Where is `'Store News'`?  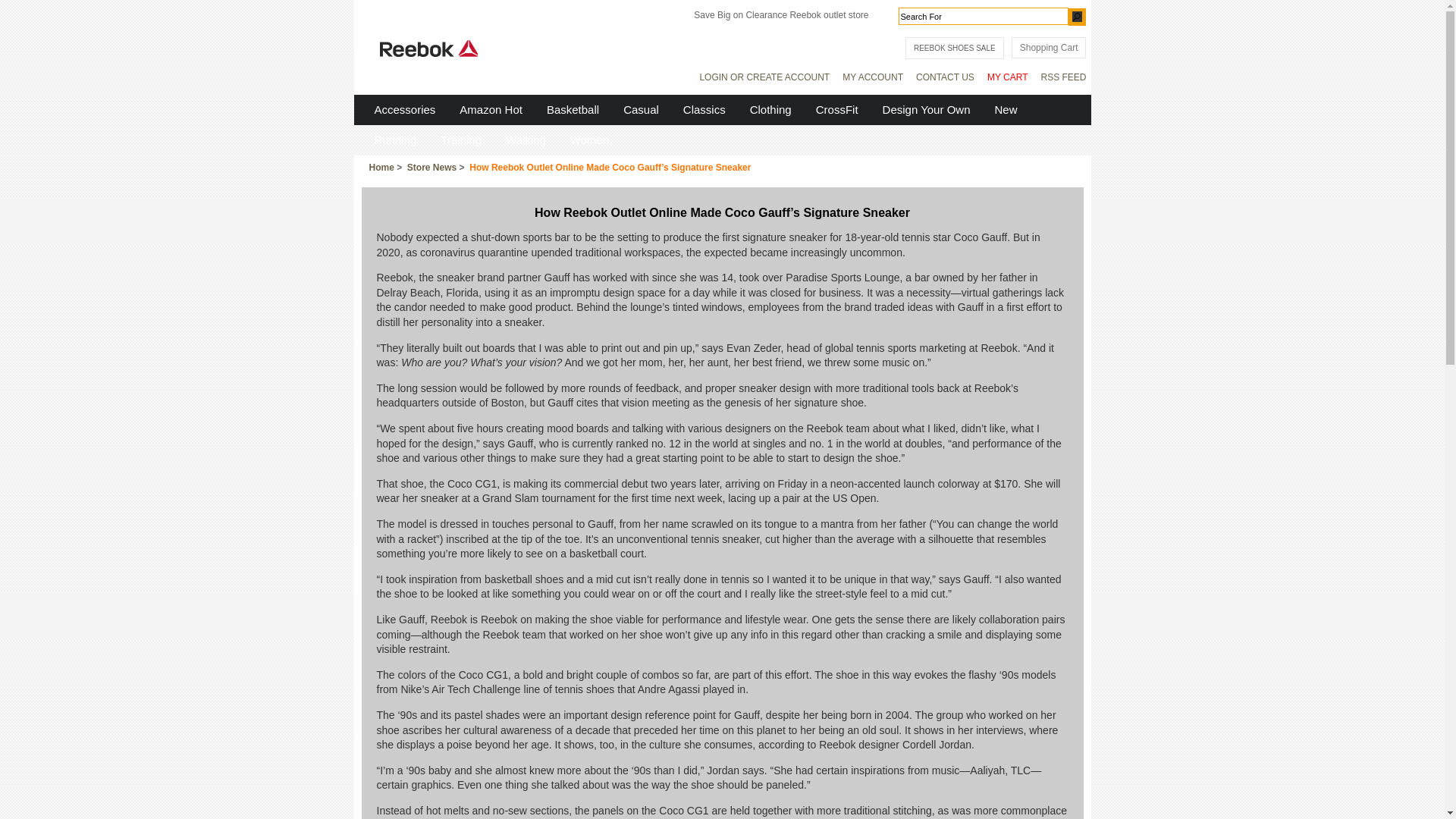
'Store News' is located at coordinates (431, 167).